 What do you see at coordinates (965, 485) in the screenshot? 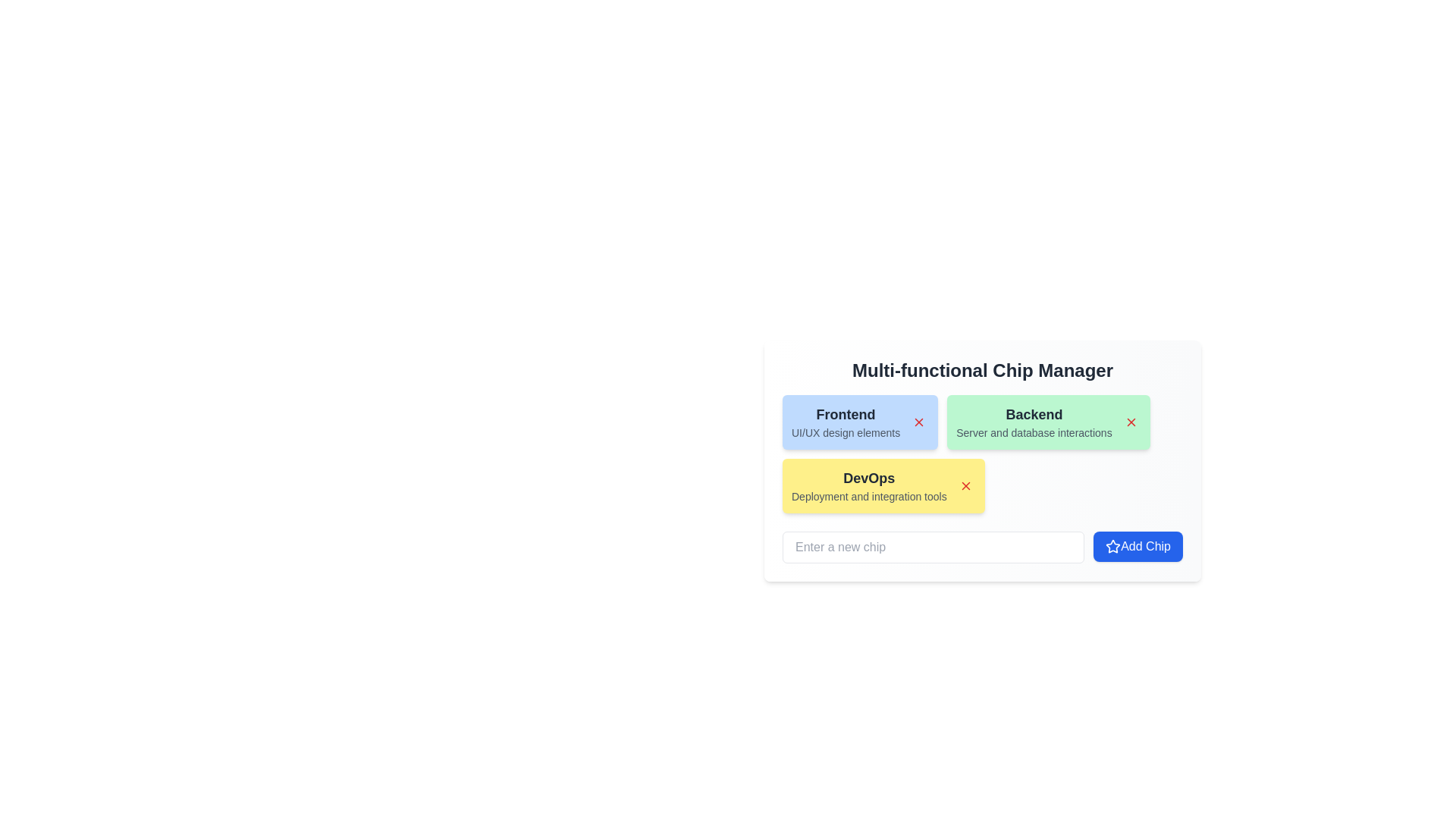
I see `the close/dismiss icon resembling an 'X' shape located in the top-right corner of the yellow 'DevOps' chip` at bounding box center [965, 485].